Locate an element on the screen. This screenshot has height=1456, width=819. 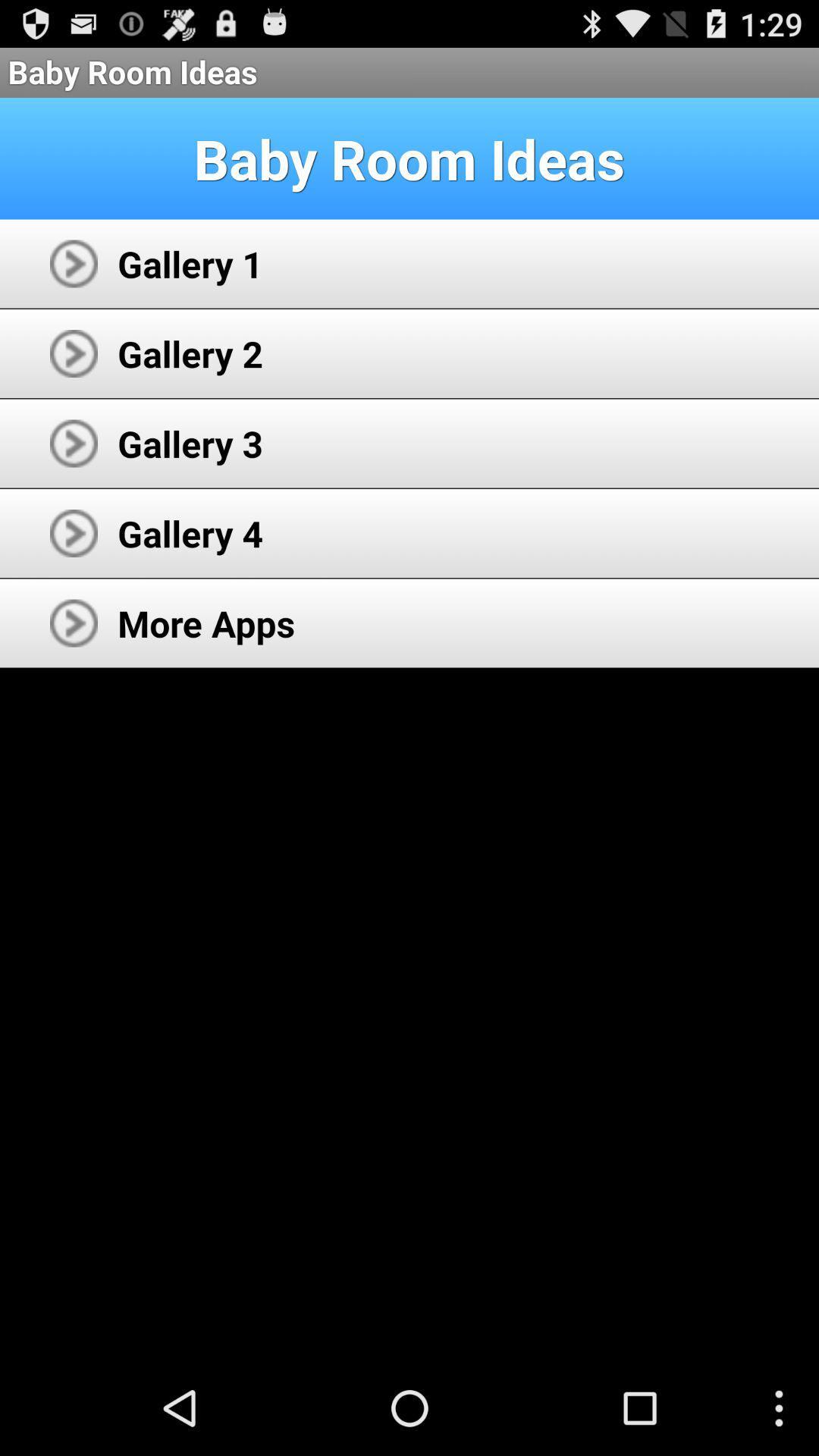
the gallery 2 is located at coordinates (190, 353).